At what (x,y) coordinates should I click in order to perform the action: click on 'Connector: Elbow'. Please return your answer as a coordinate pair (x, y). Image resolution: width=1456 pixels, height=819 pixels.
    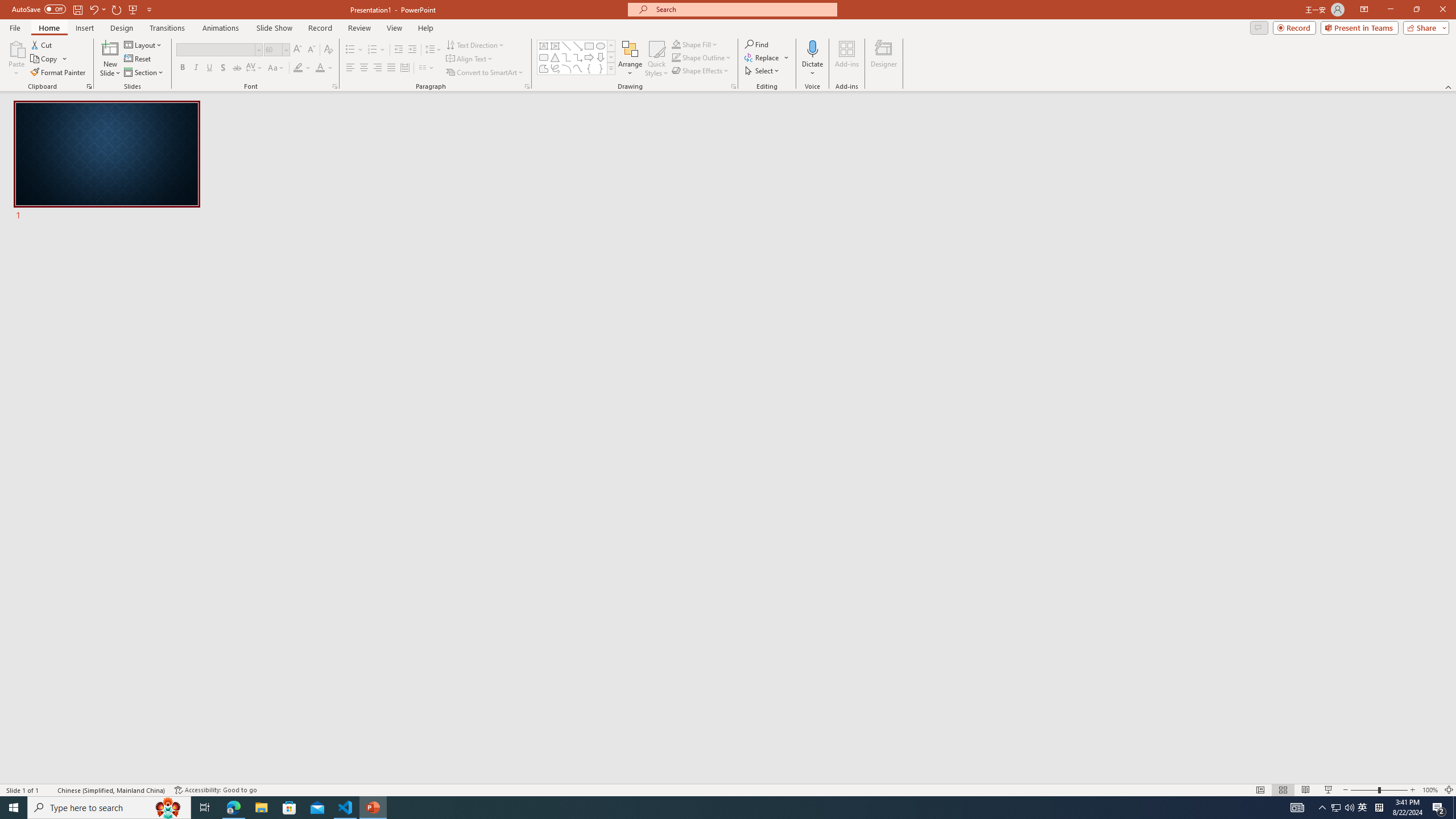
    Looking at the image, I should click on (565, 56).